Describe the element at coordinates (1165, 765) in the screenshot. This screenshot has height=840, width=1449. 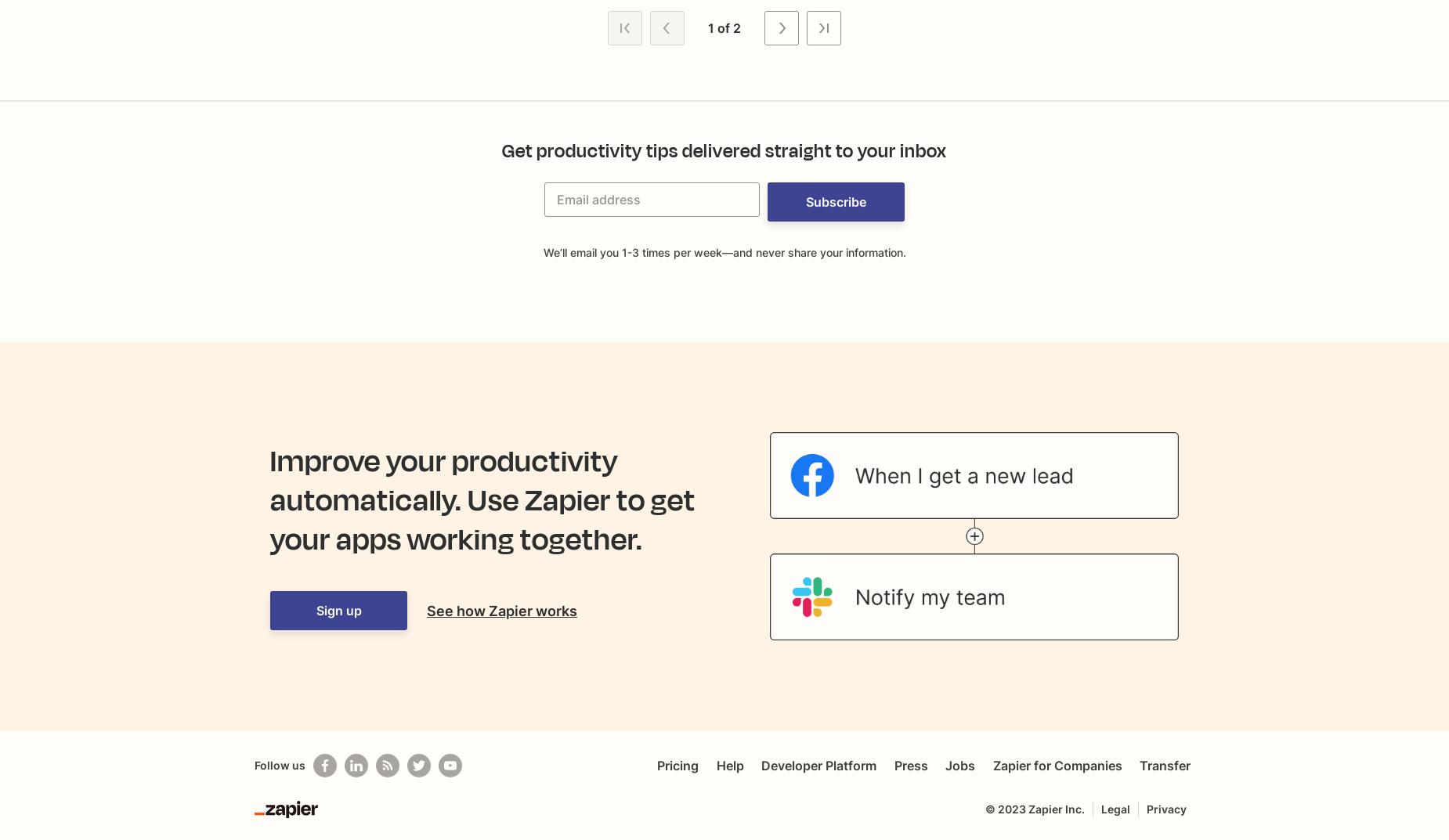
I see `'Transfer'` at that location.